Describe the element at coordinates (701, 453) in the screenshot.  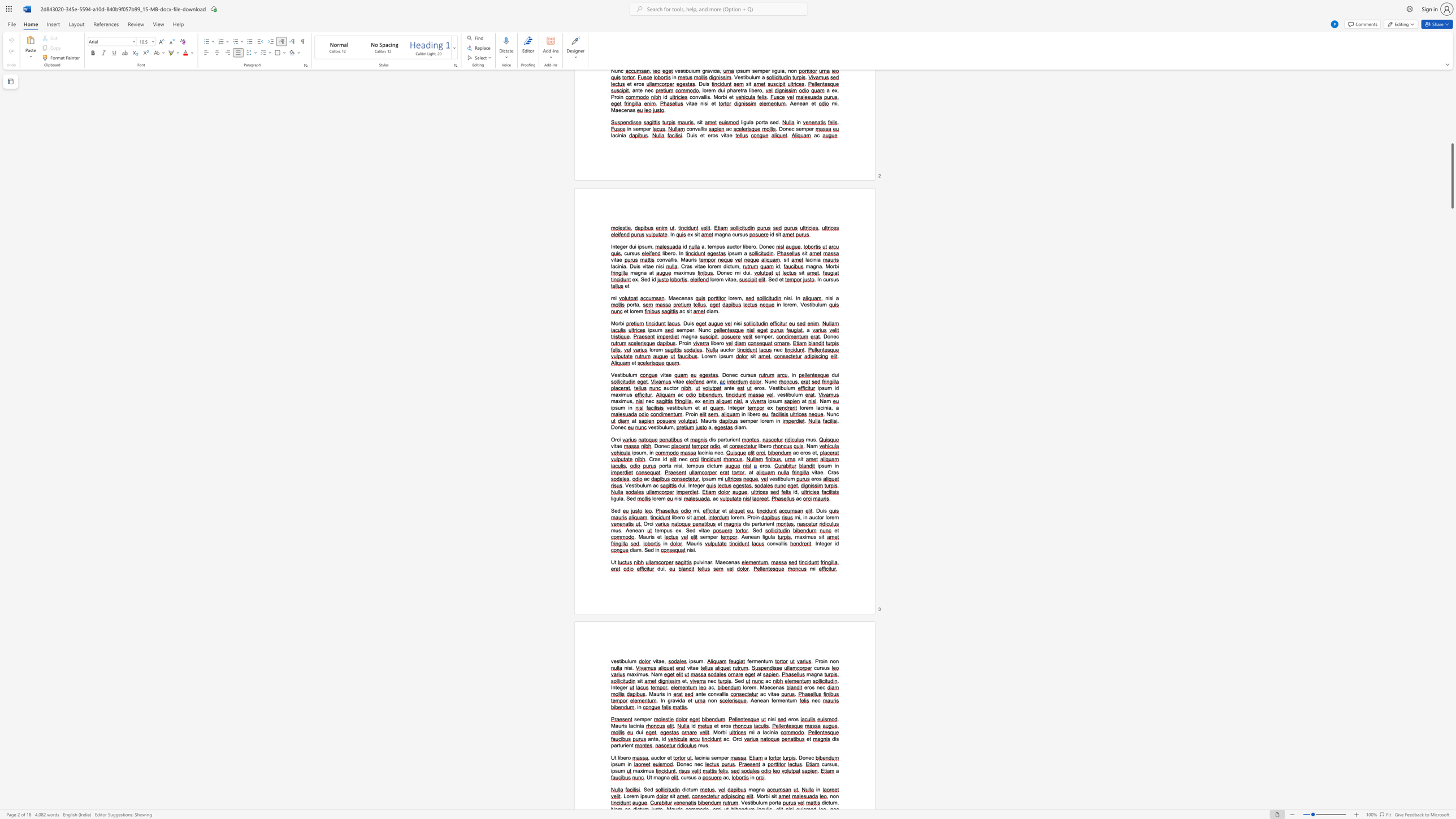
I see `the space between the continuous character "a" and "c" in the text` at that location.